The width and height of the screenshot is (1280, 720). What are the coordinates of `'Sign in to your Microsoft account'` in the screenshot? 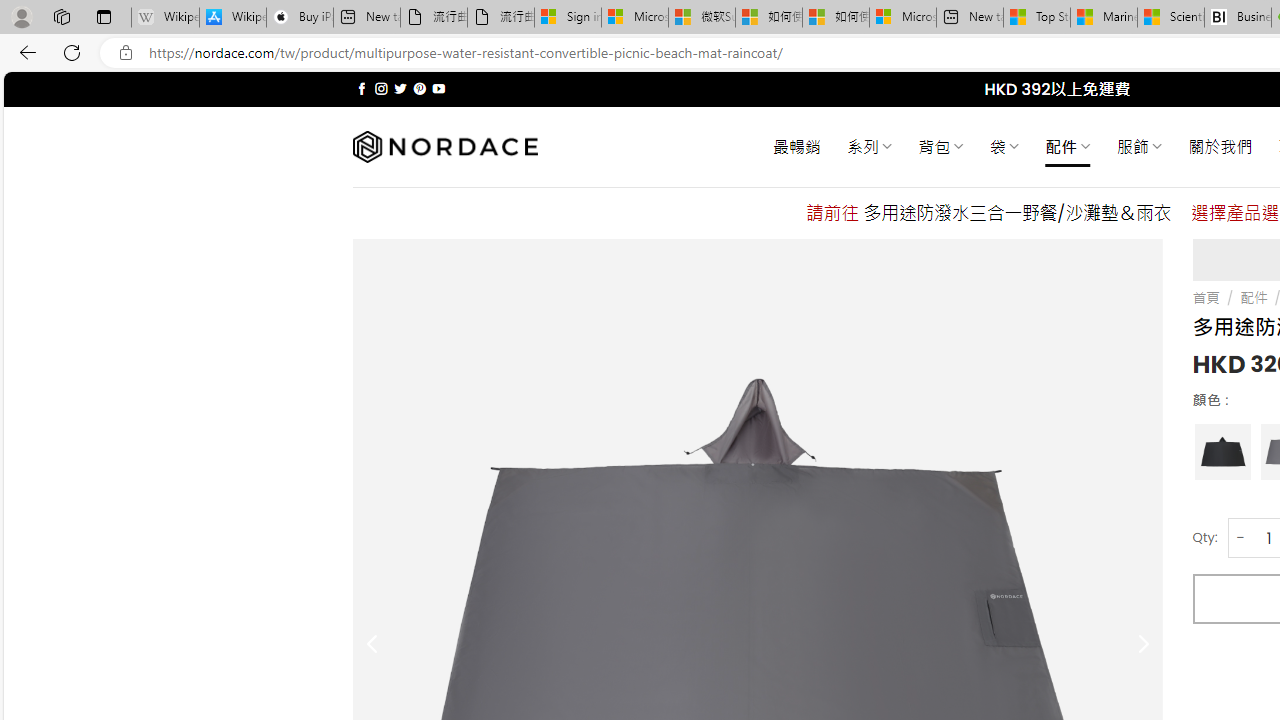 It's located at (567, 17).